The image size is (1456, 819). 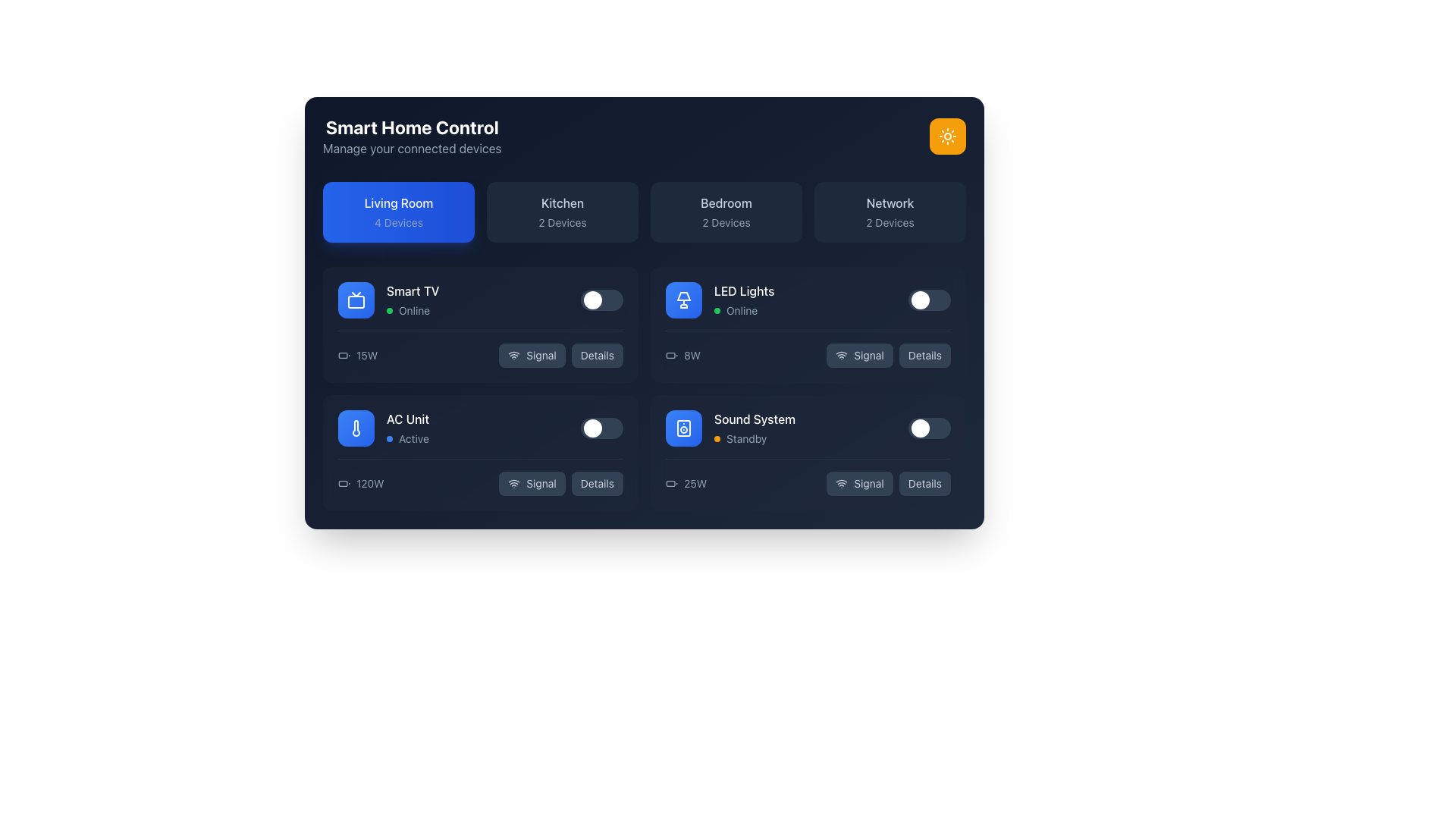 What do you see at coordinates (726, 202) in the screenshot?
I see `the static text label displaying 'Bedroom', which is center-aligned in slate-gray color, positioned in the top row of the interface between 'Kitchen' and 'Network'` at bounding box center [726, 202].